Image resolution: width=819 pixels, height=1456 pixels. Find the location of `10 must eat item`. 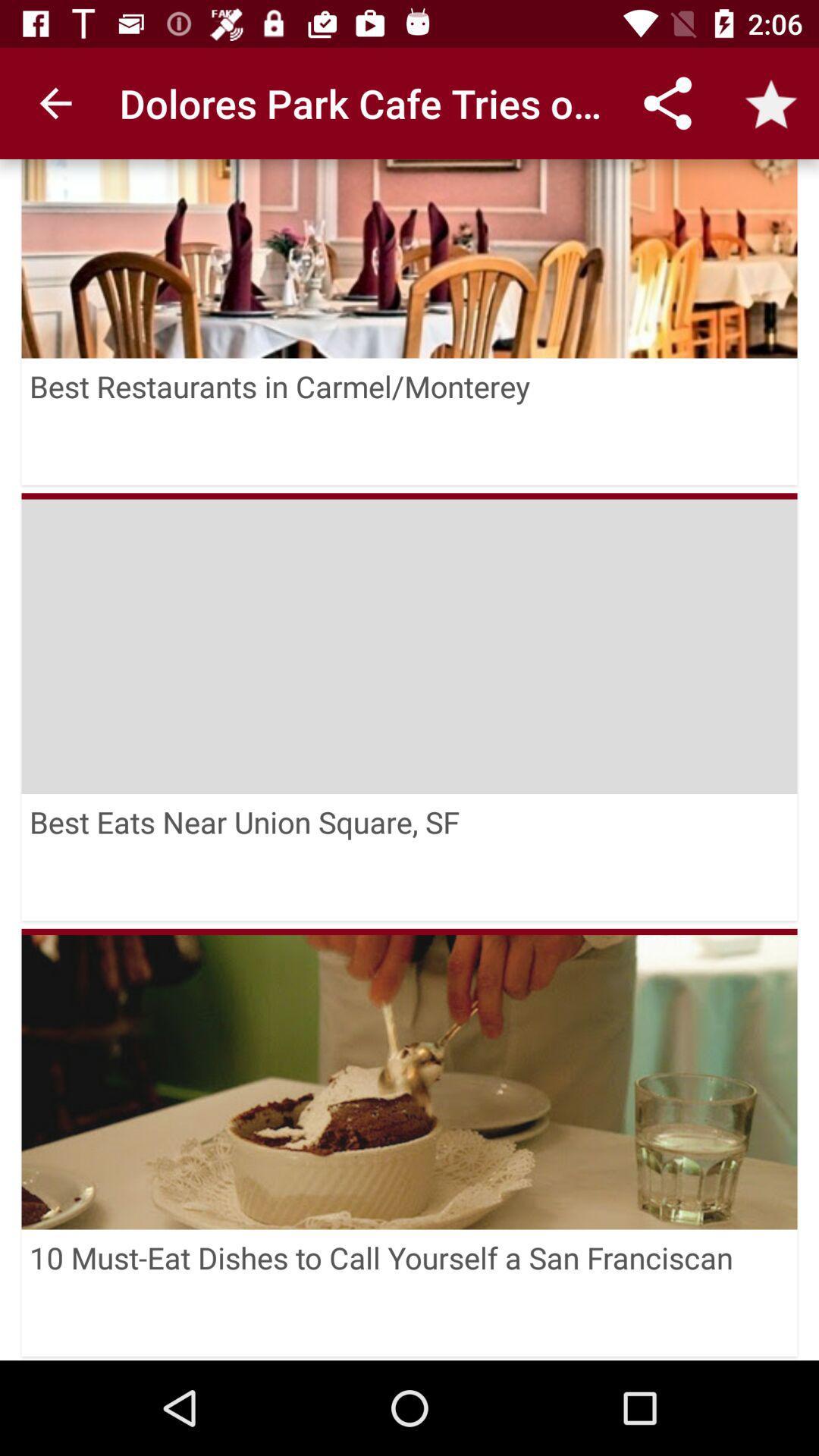

10 must eat item is located at coordinates (409, 1292).